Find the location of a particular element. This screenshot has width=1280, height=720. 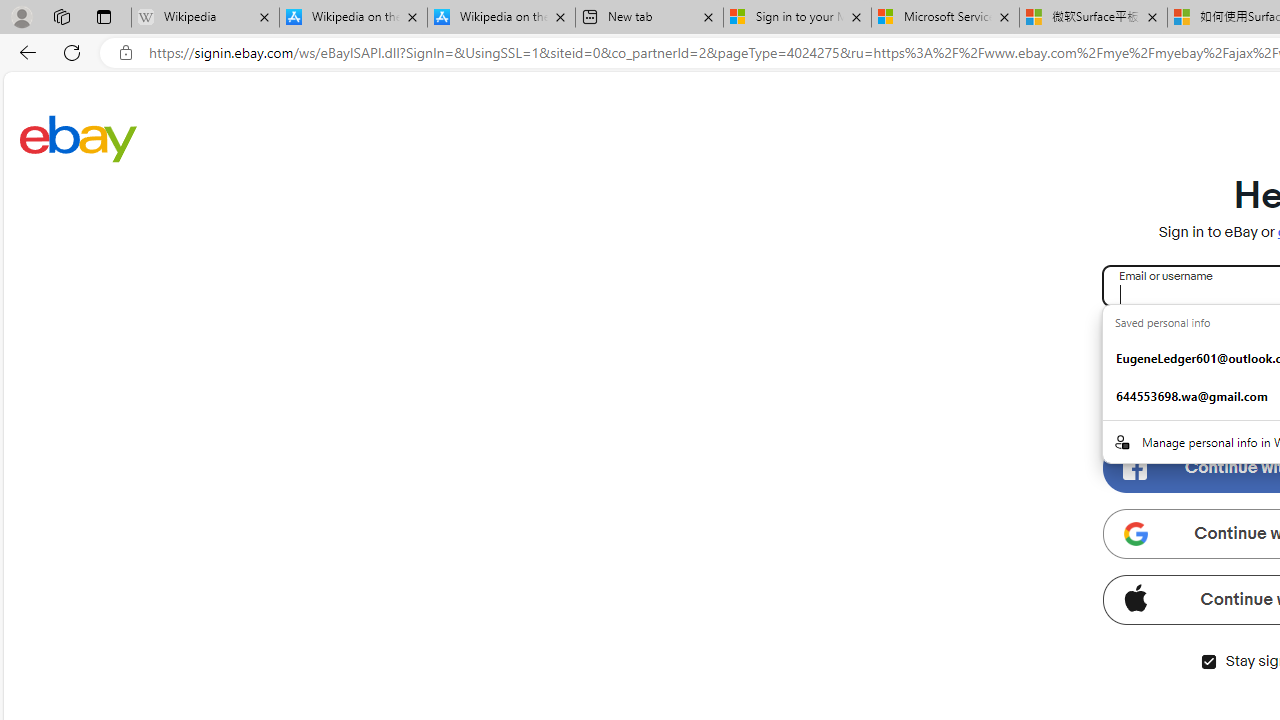

'Class: apple-icon' is located at coordinates (1135, 596).